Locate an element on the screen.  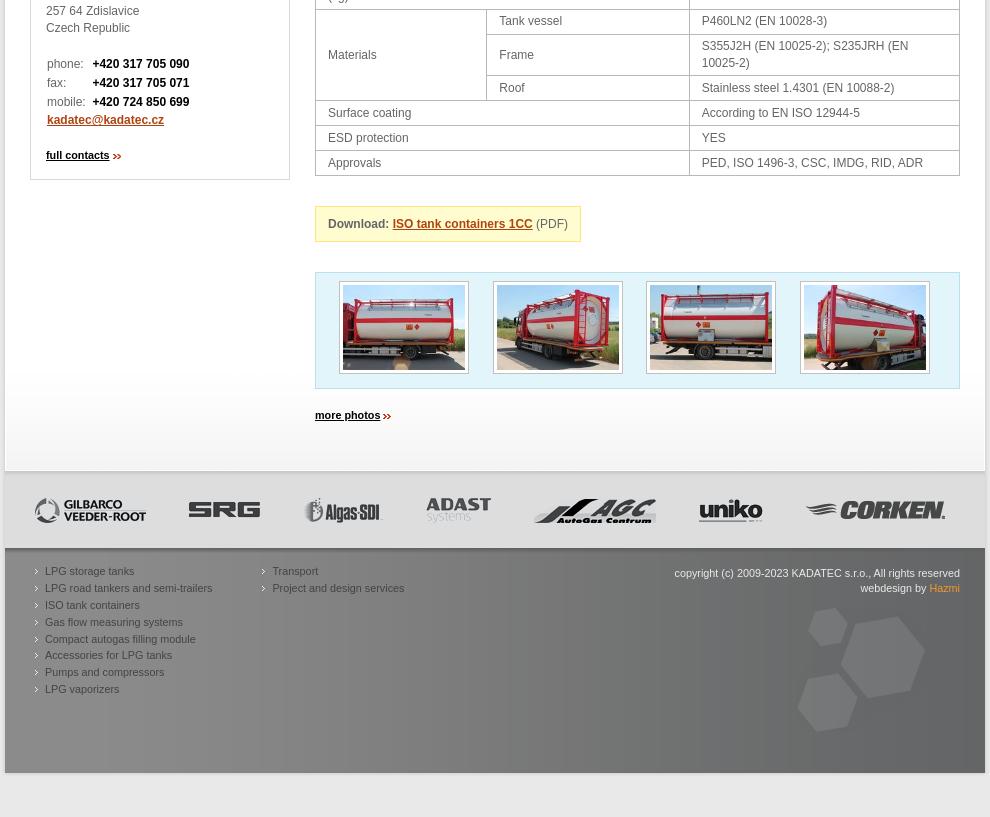
'LPG road tankers and semi-trailers' is located at coordinates (127, 587).